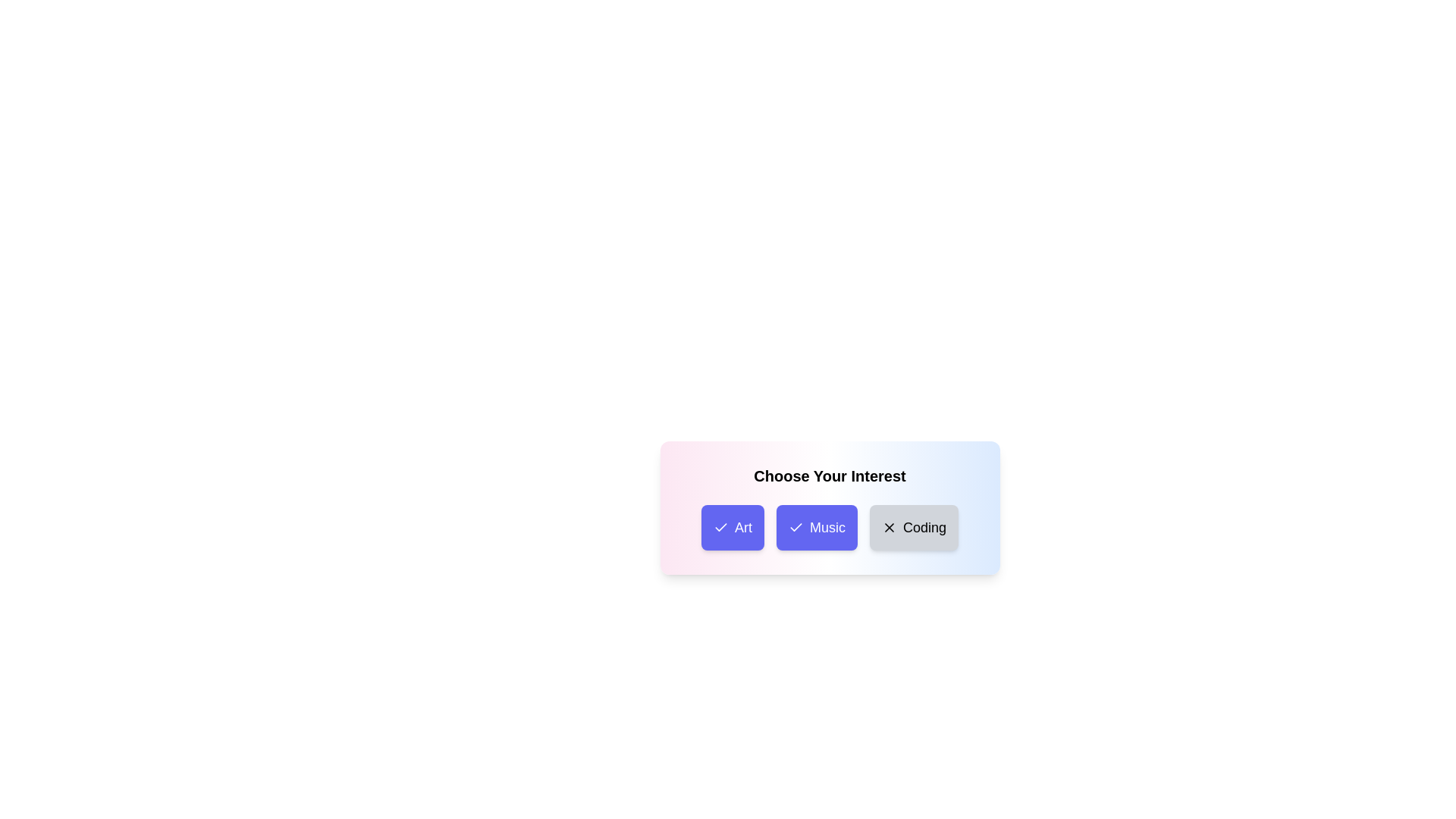 Image resolution: width=1456 pixels, height=819 pixels. What do you see at coordinates (733, 526) in the screenshot?
I see `the 'Art' category to toggle its selection` at bounding box center [733, 526].